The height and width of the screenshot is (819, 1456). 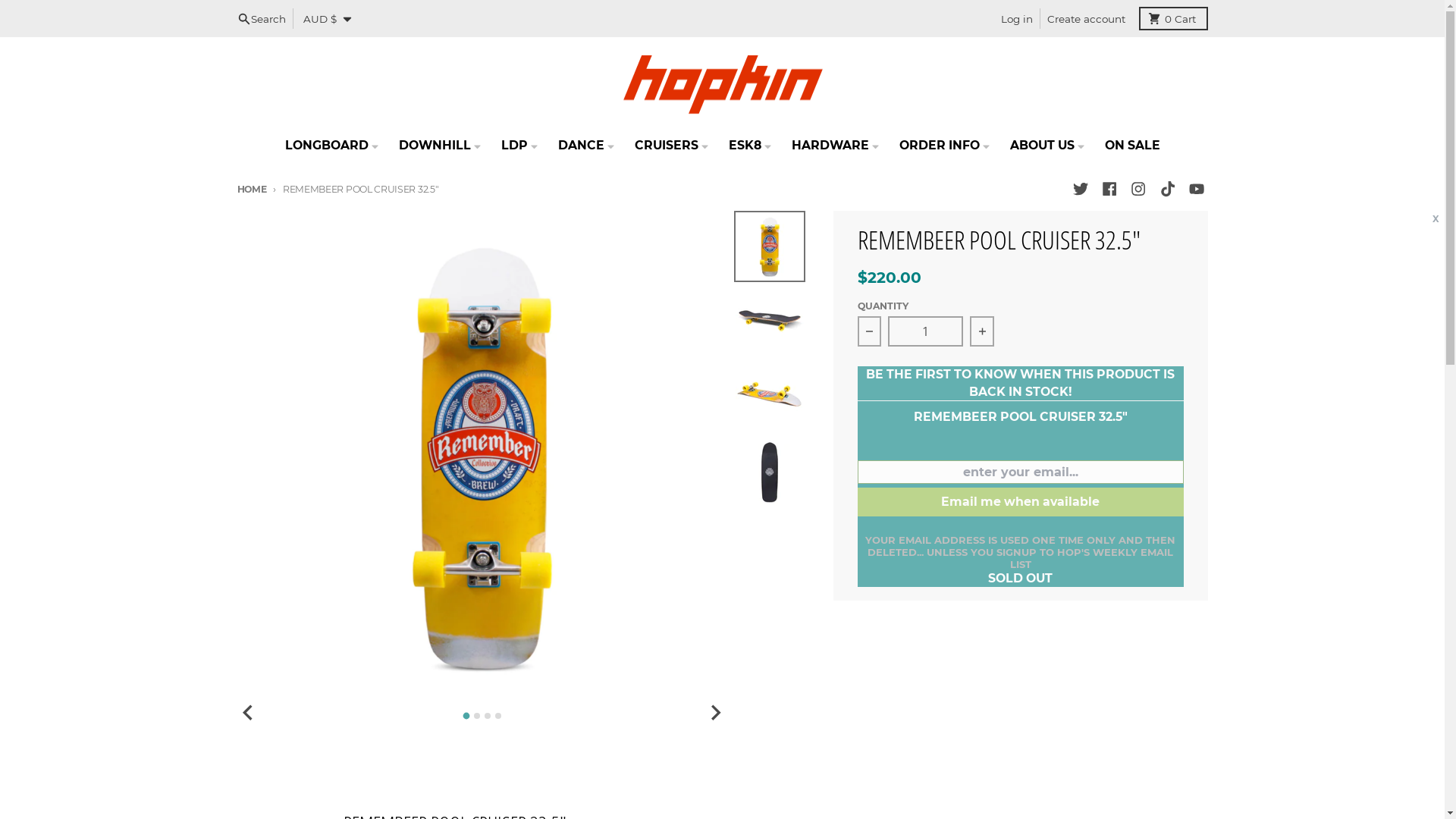 I want to click on 'X', so click(x=1434, y=219).